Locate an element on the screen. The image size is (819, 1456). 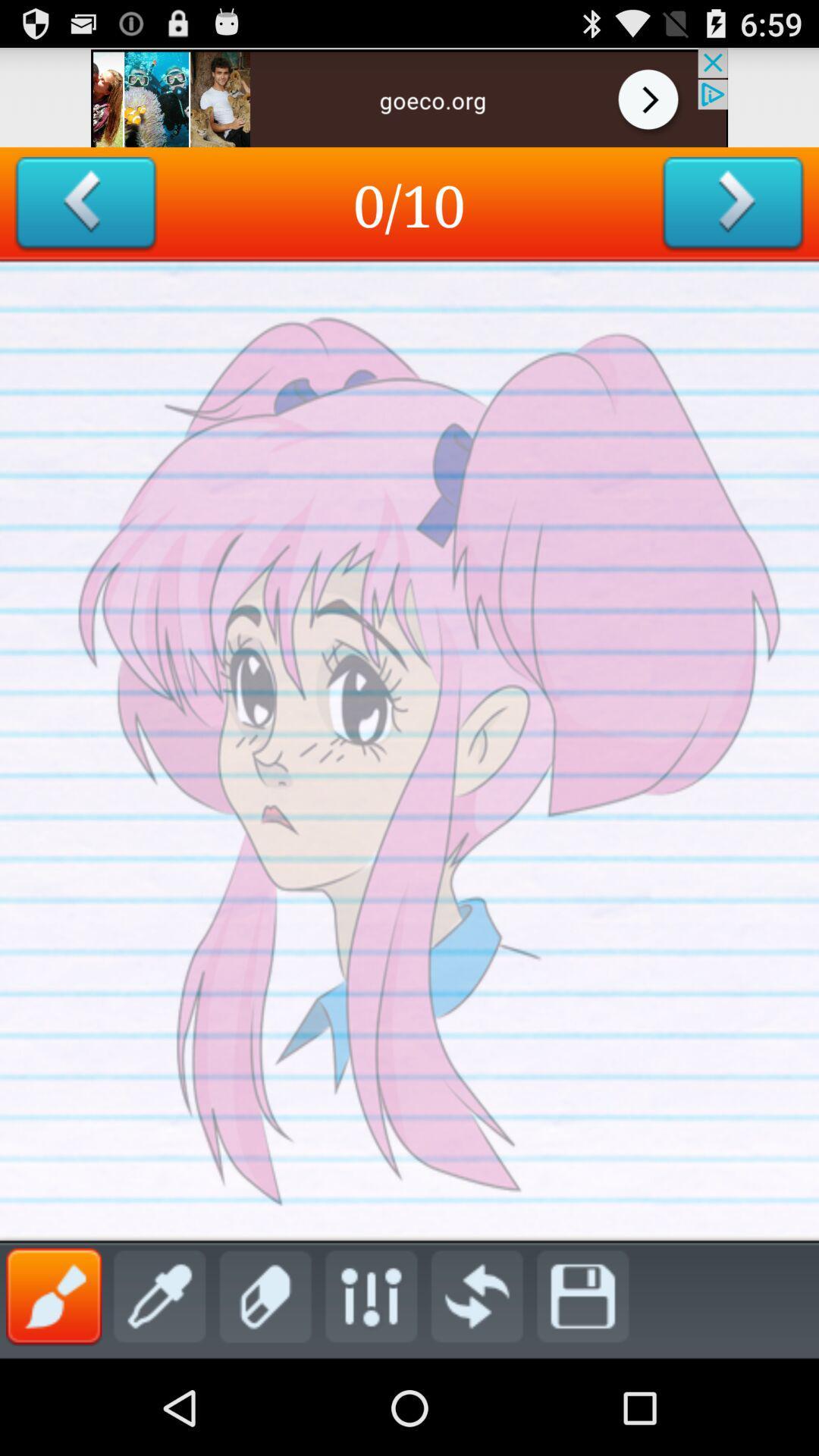
the save icon is located at coordinates (582, 1388).